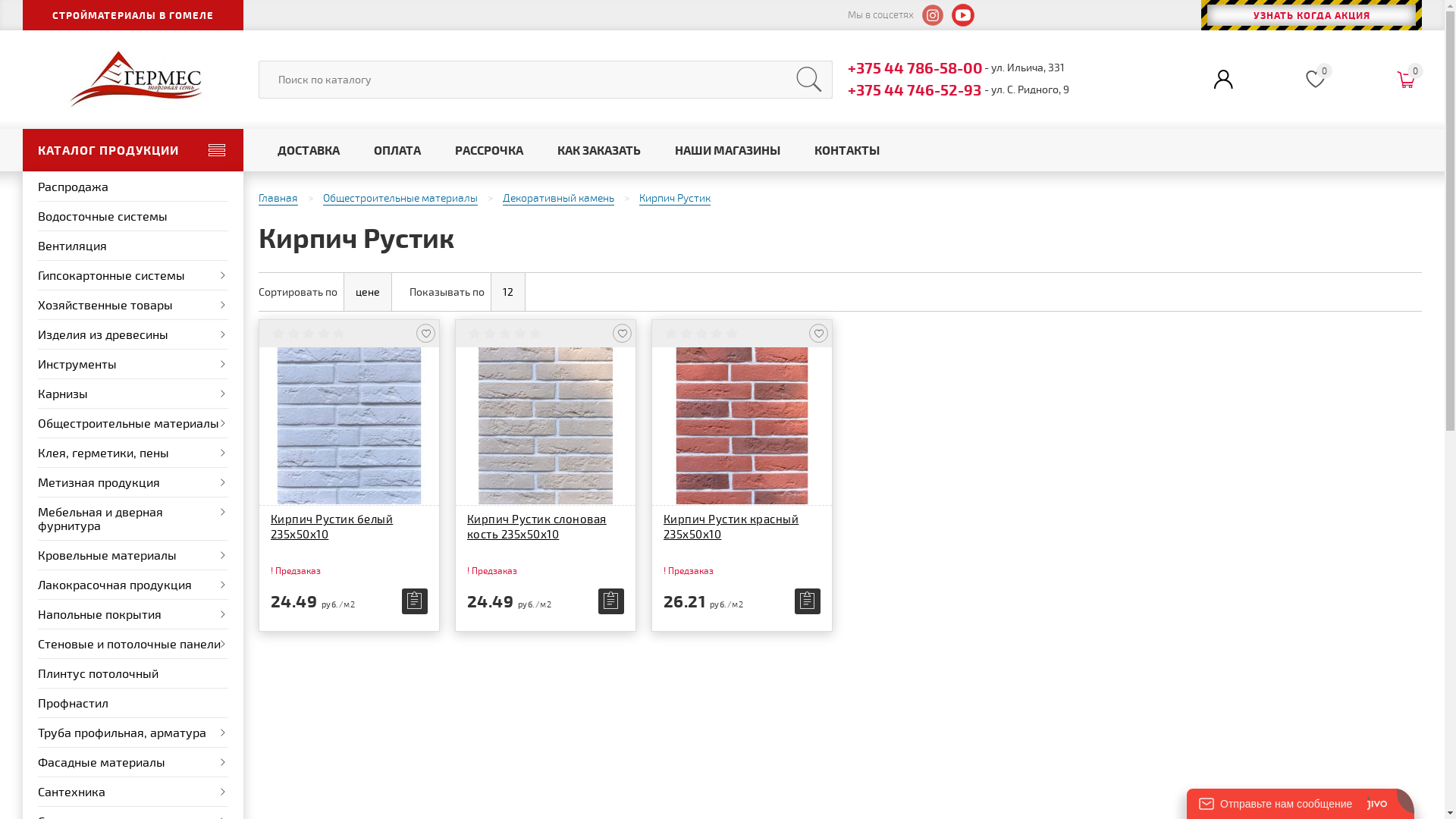  Describe the element at coordinates (847, 66) in the screenshot. I see `'+375 44 786-58-00'` at that location.